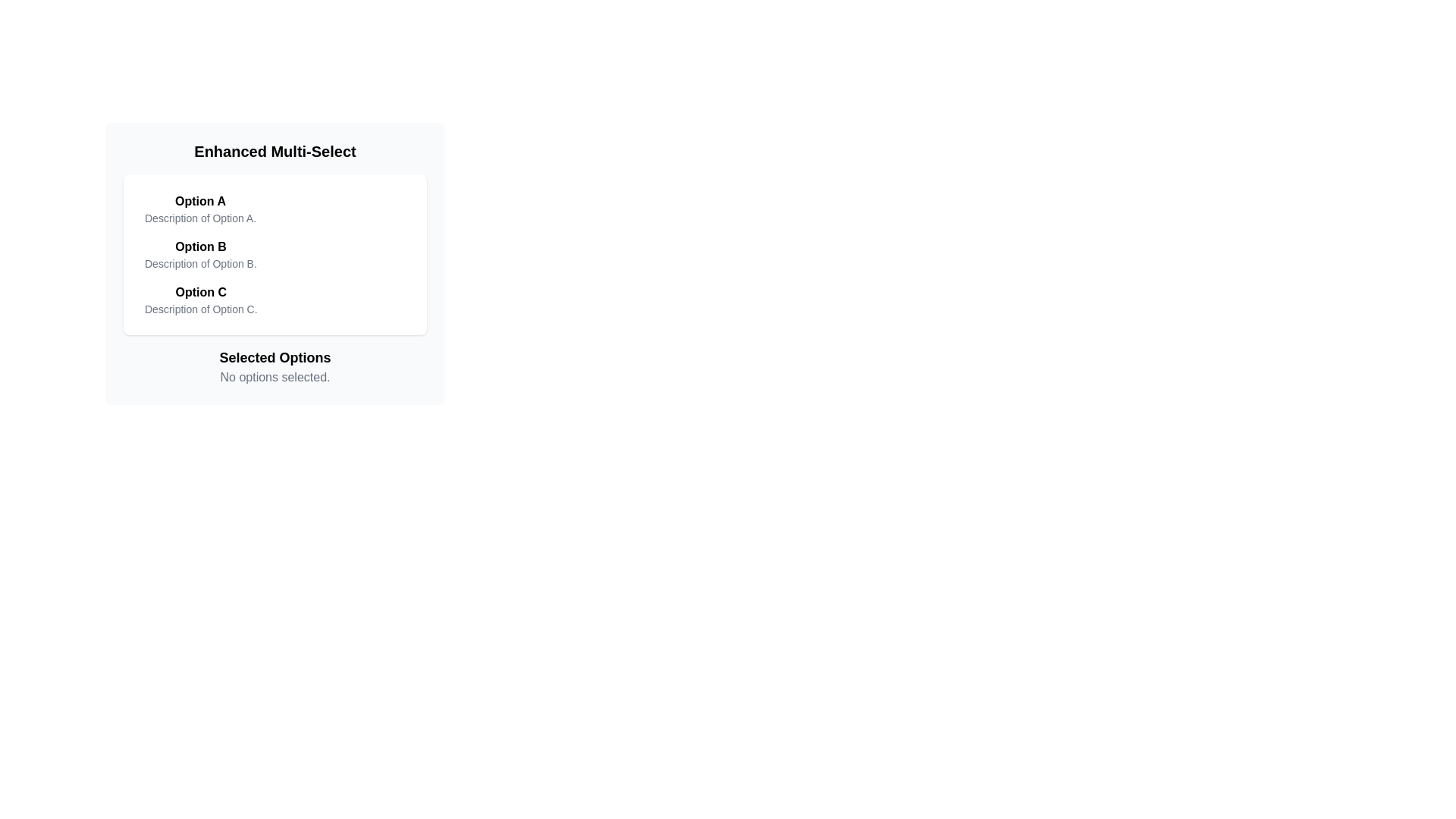  Describe the element at coordinates (199, 209) in the screenshot. I see `the first list item labeled 'Option A'` at that location.